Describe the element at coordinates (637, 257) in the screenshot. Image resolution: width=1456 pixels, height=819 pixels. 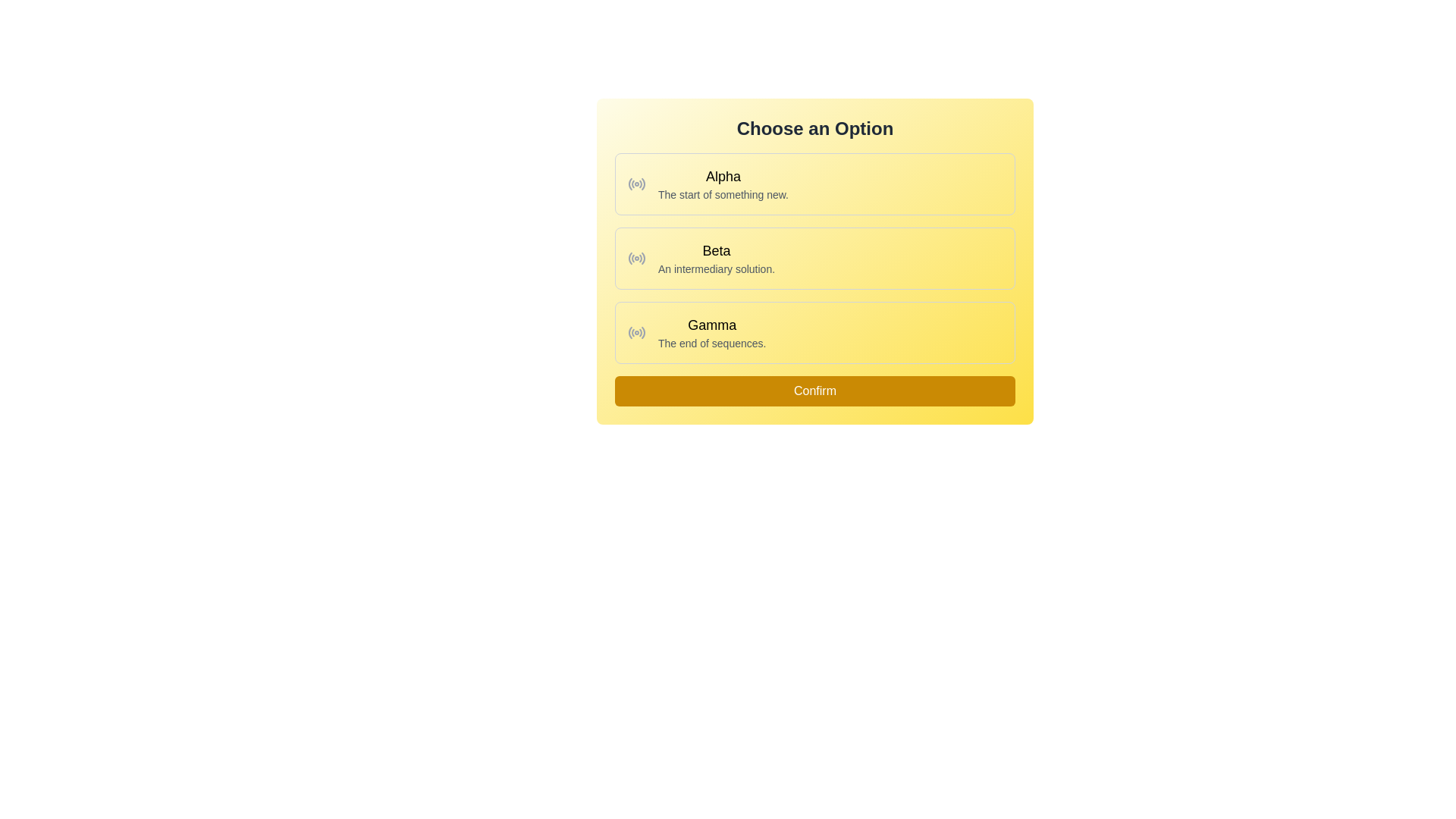
I see `the radio button labeled 'Beta' in the second list option of the select menu` at that location.